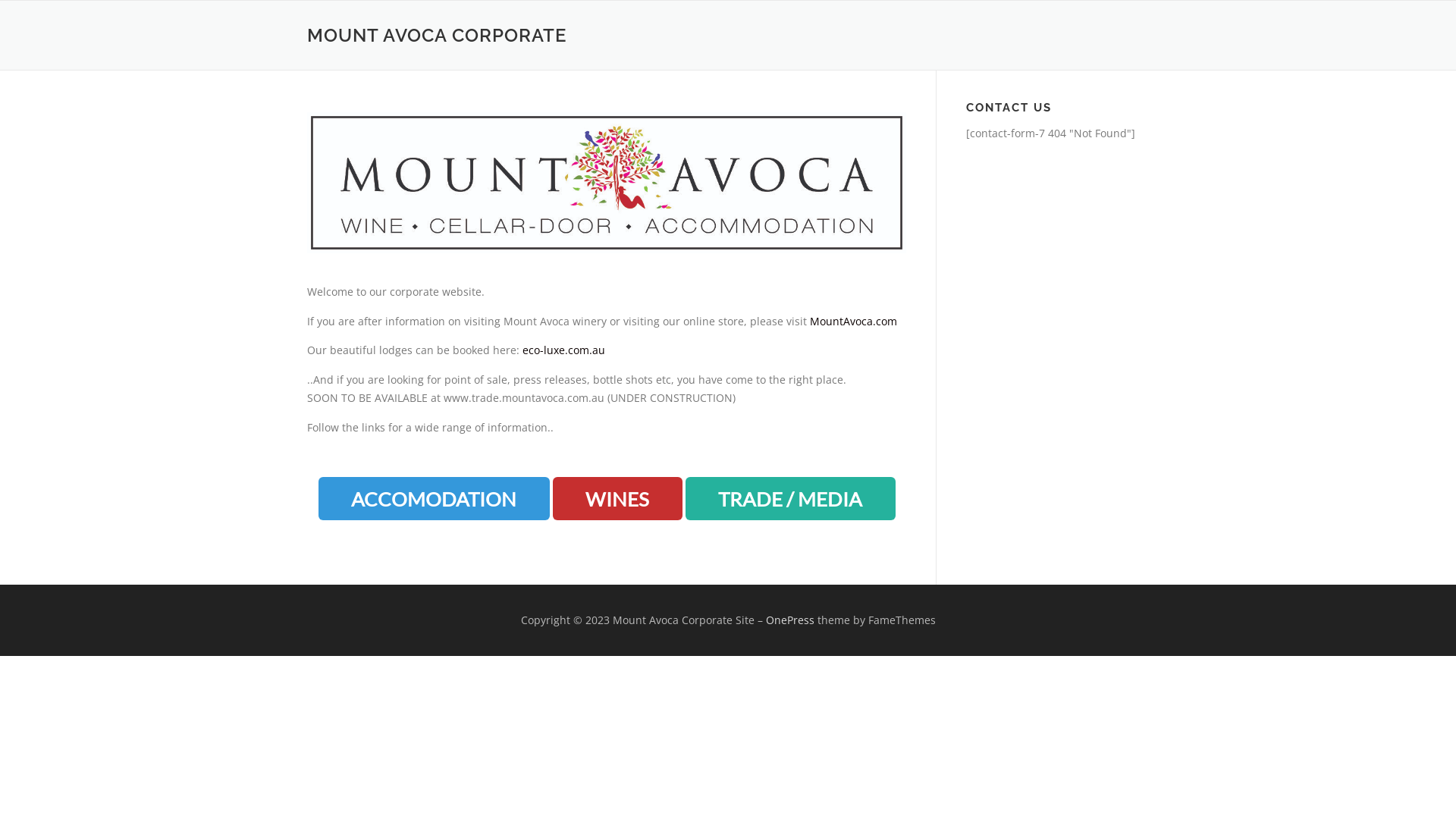 This screenshot has width=1456, height=819. Describe the element at coordinates (789, 620) in the screenshot. I see `'OnePress'` at that location.